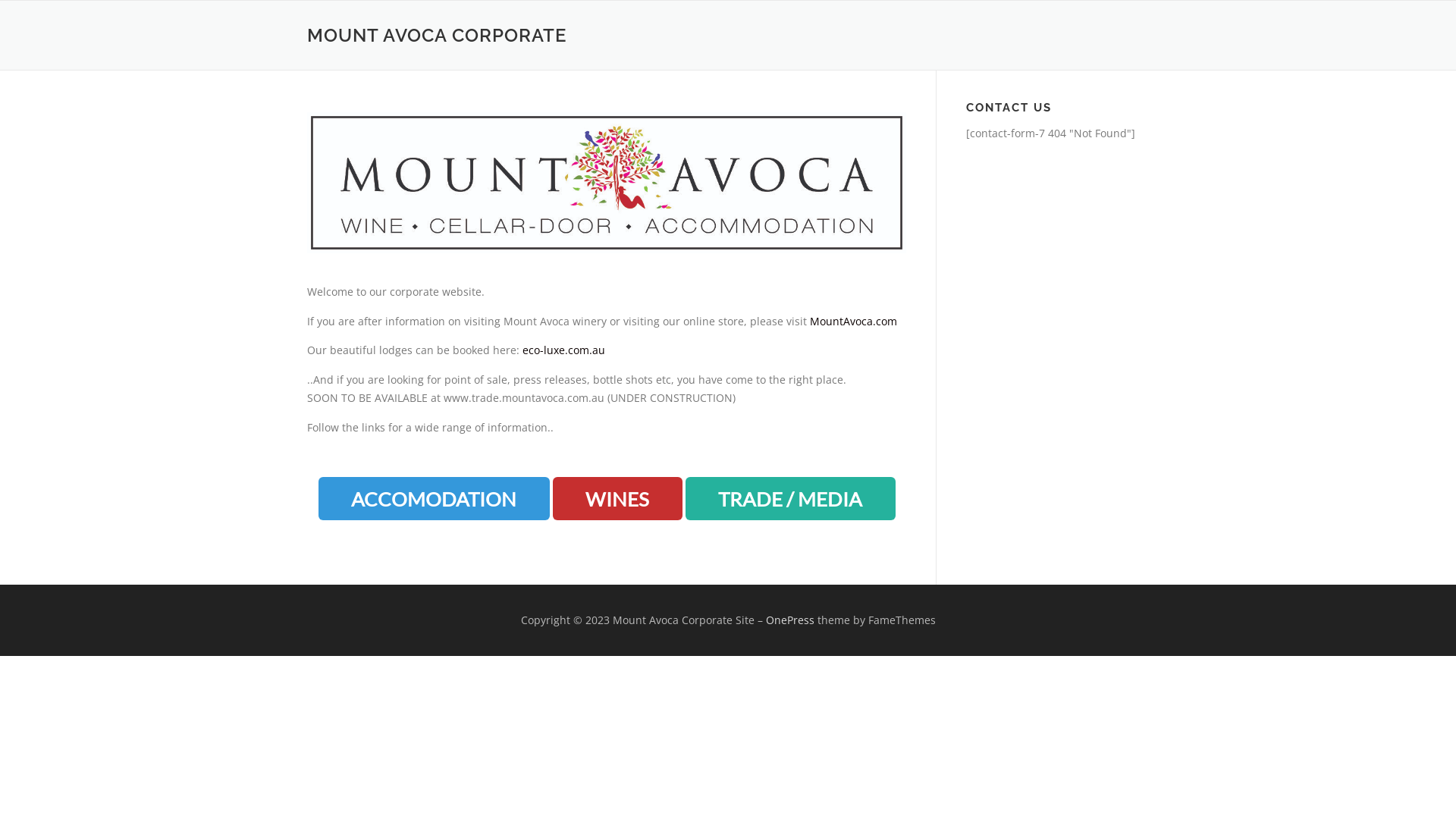 This screenshot has width=1456, height=819. Describe the element at coordinates (789, 620) in the screenshot. I see `'OnePress'` at that location.